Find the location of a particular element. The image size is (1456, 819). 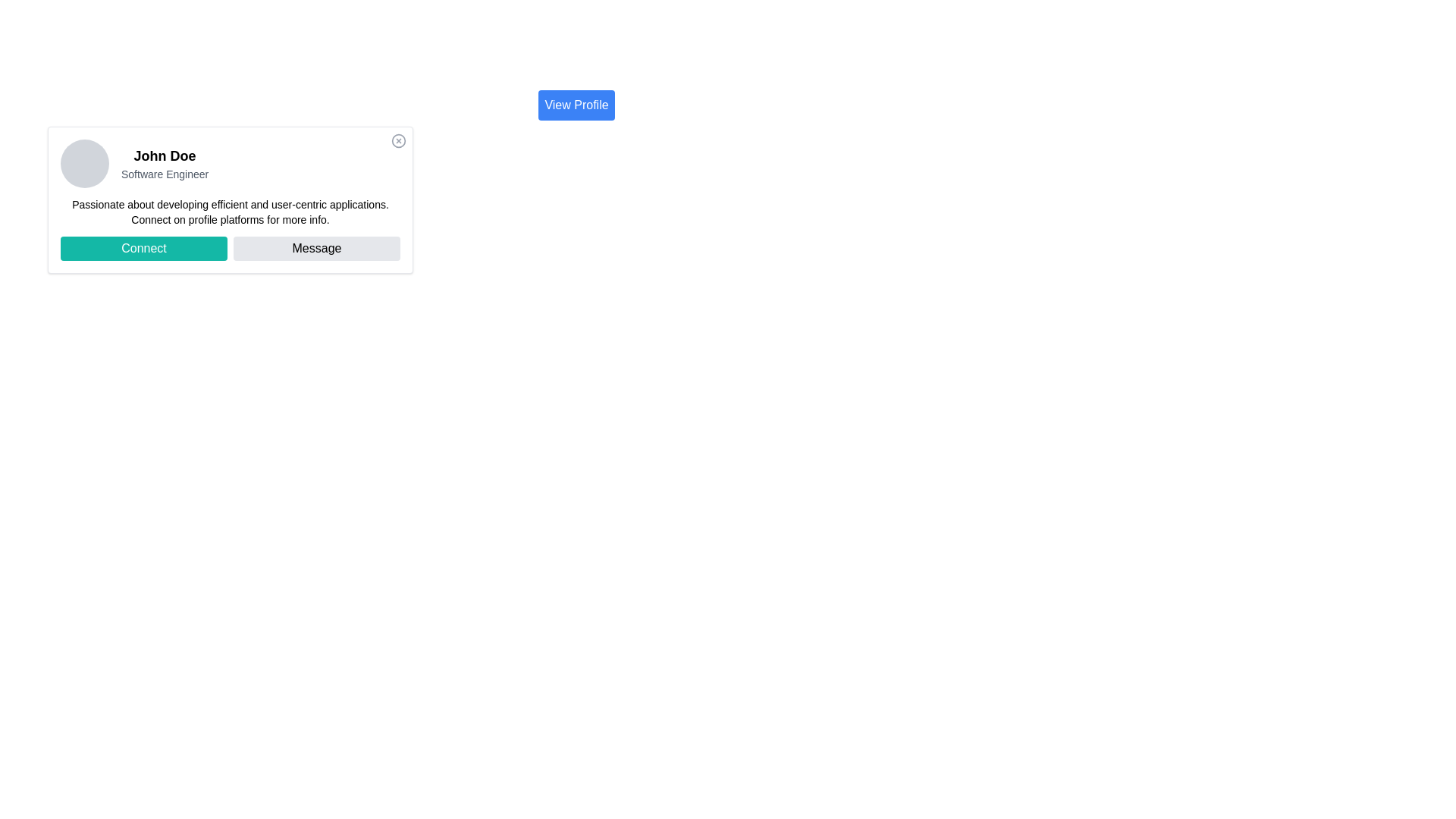

the rectangular button with a blue background and white text that reads 'View Profile' is located at coordinates (576, 104).